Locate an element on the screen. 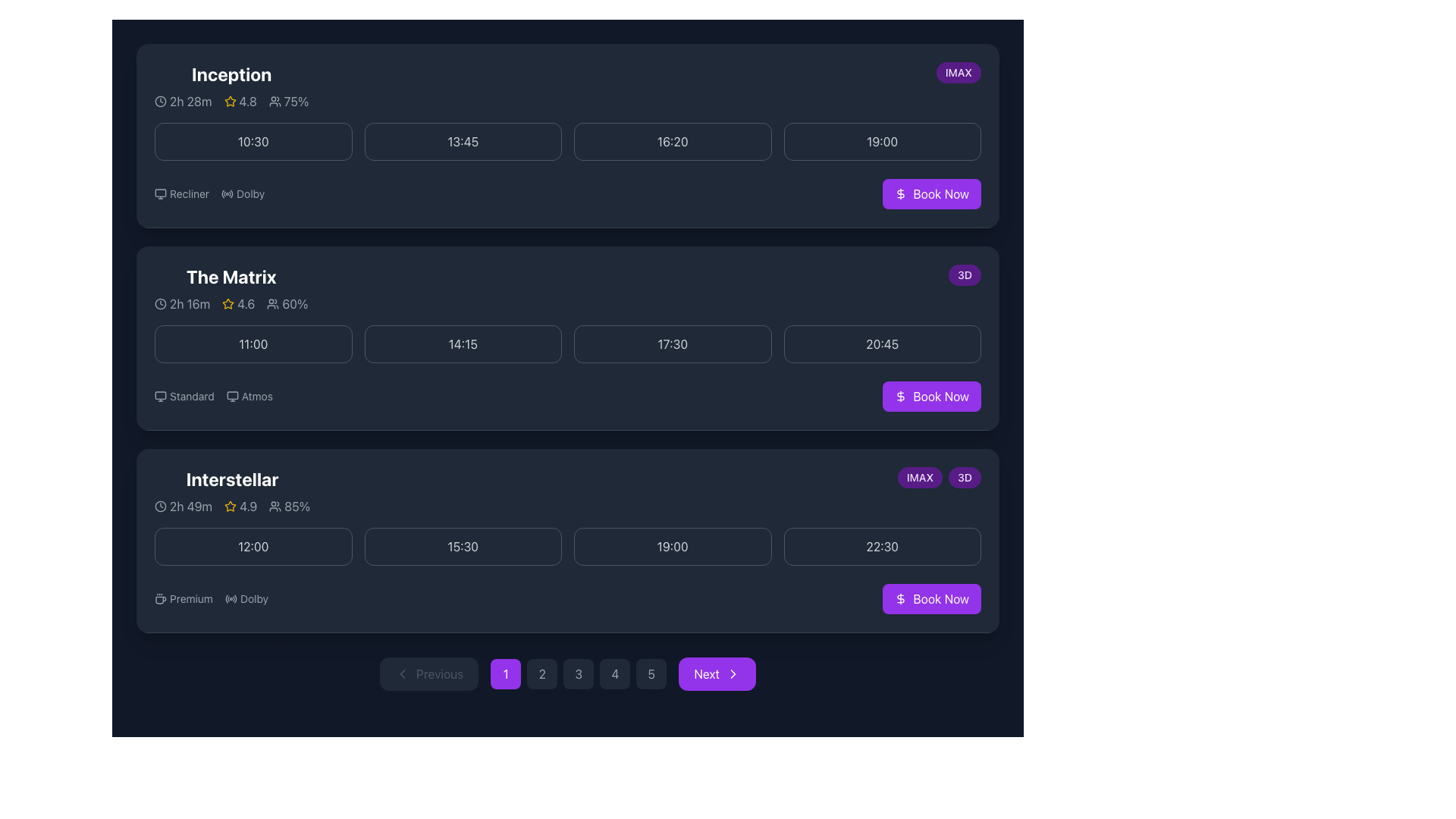  the button displaying the time '12:00' in the 'Interstellar' section is located at coordinates (253, 547).